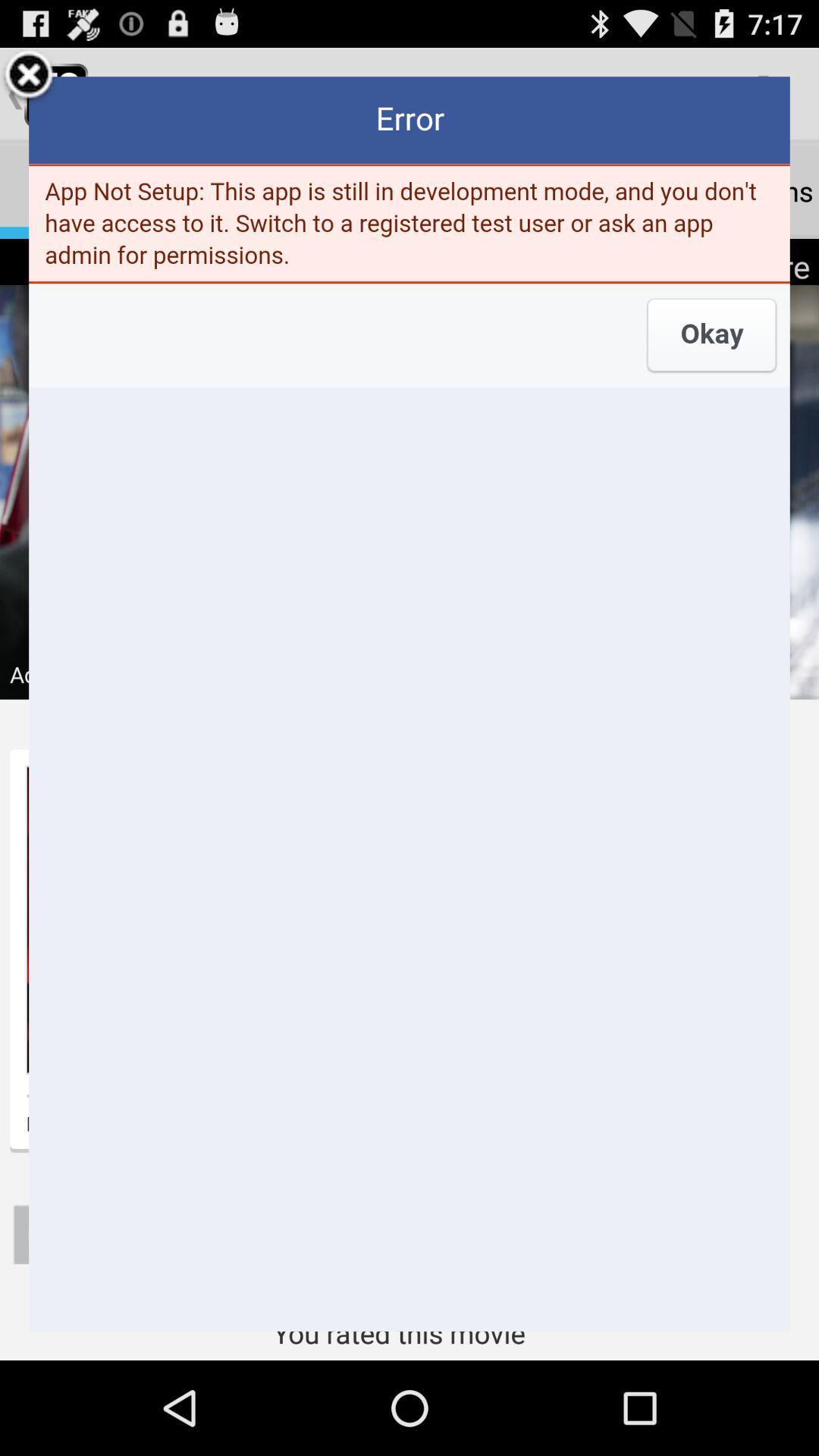  Describe the element at coordinates (29, 76) in the screenshot. I see `click the cross` at that location.